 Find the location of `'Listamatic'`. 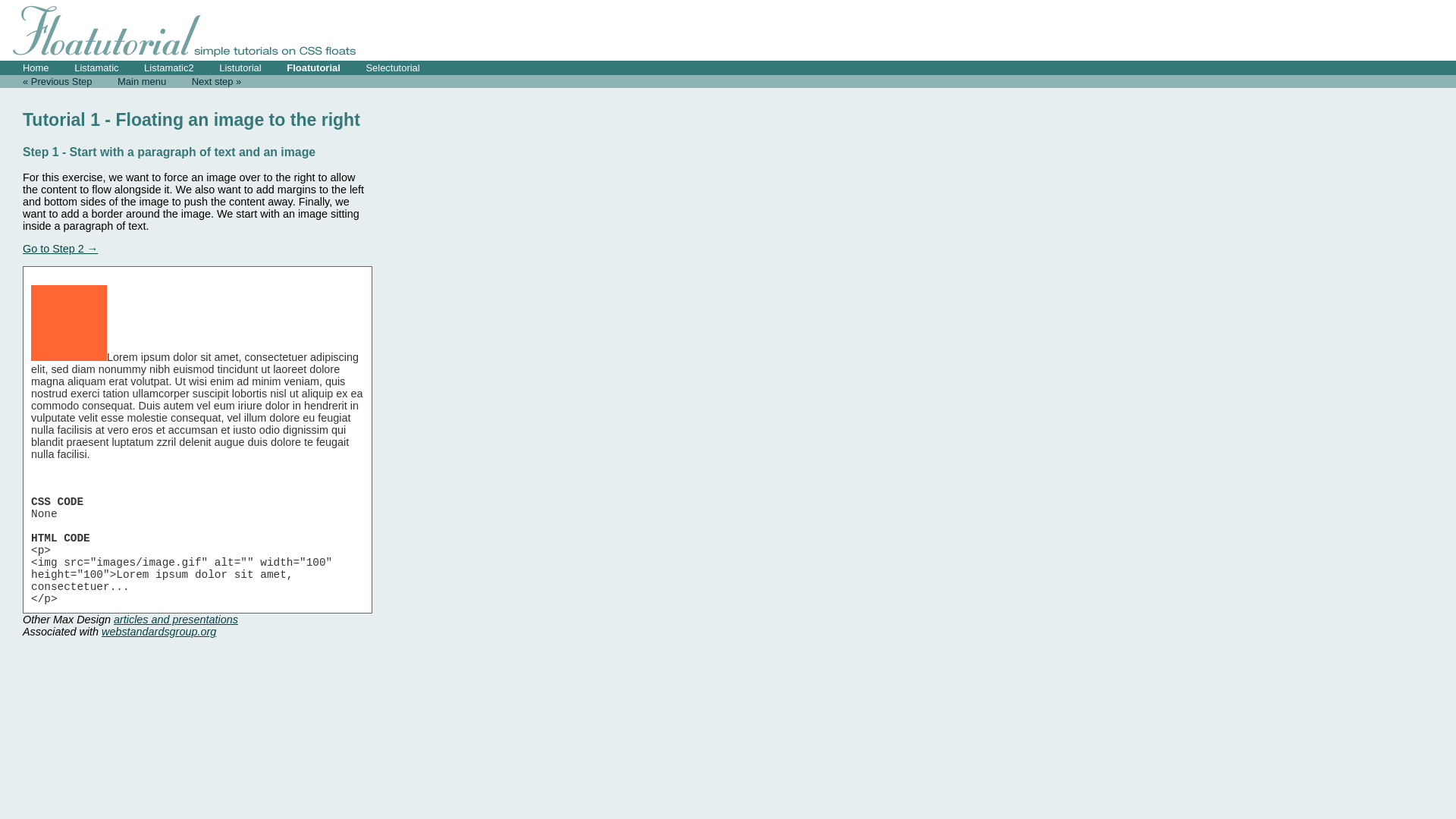

'Listamatic' is located at coordinates (95, 67).